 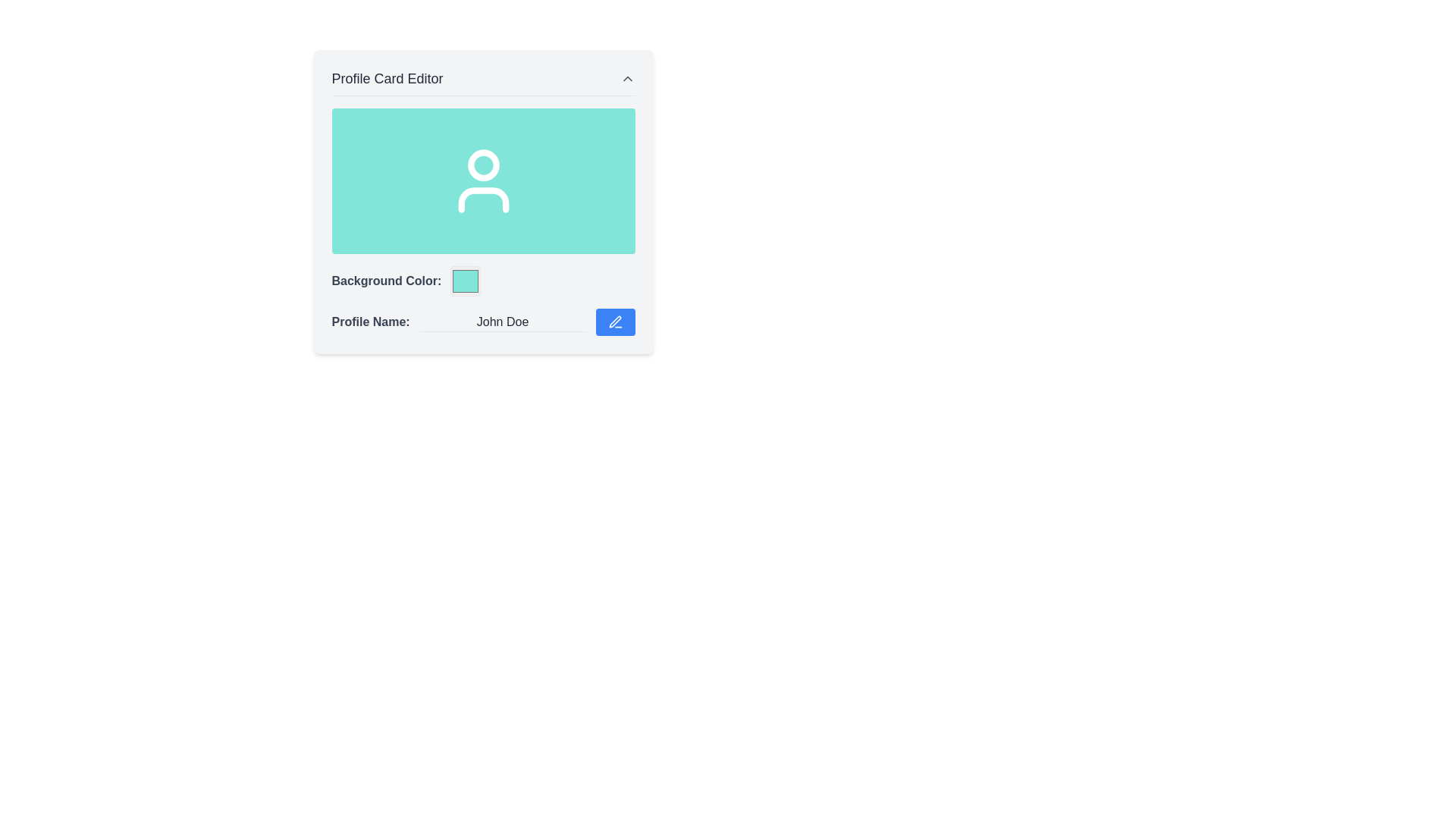 What do you see at coordinates (482, 199) in the screenshot?
I see `the graphical icon representing the user-avatar on the profile card interface, which is centrally positioned within the mint-green background area and located below the circular head element` at bounding box center [482, 199].